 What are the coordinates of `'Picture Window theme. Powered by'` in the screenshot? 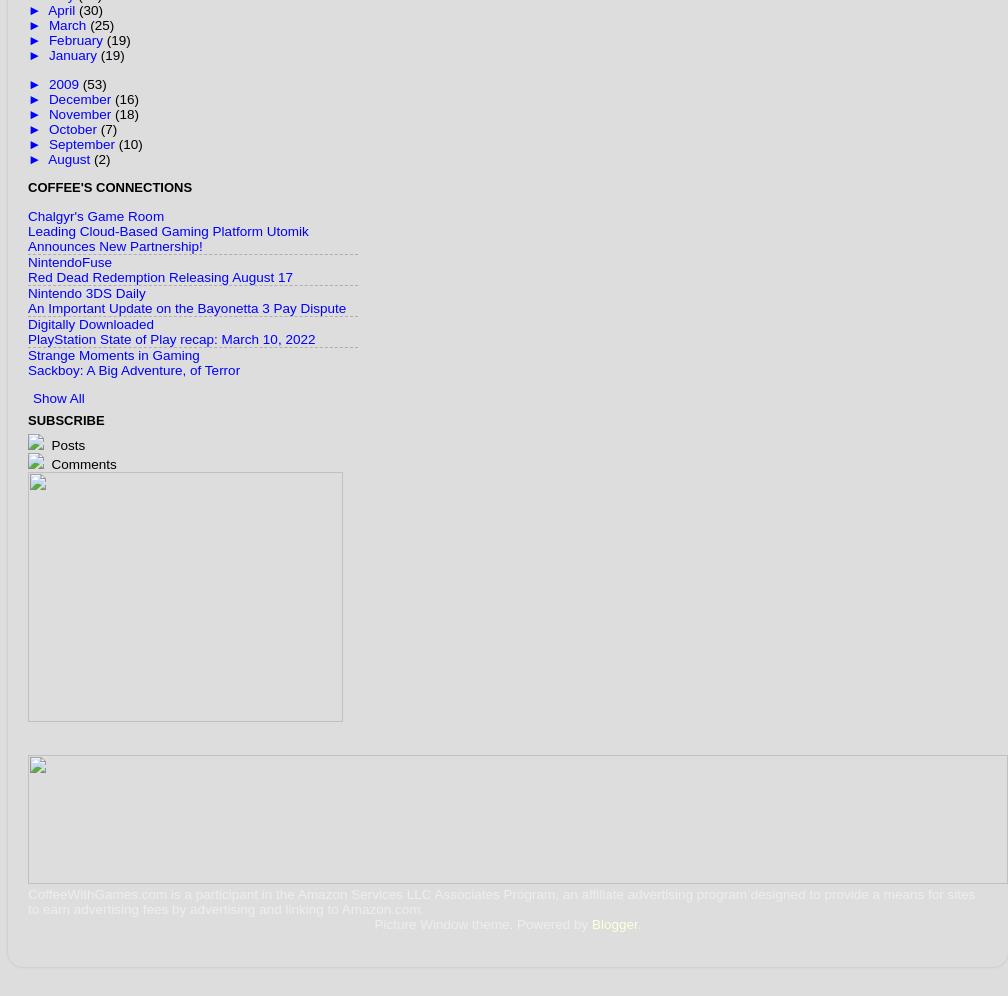 It's located at (483, 924).